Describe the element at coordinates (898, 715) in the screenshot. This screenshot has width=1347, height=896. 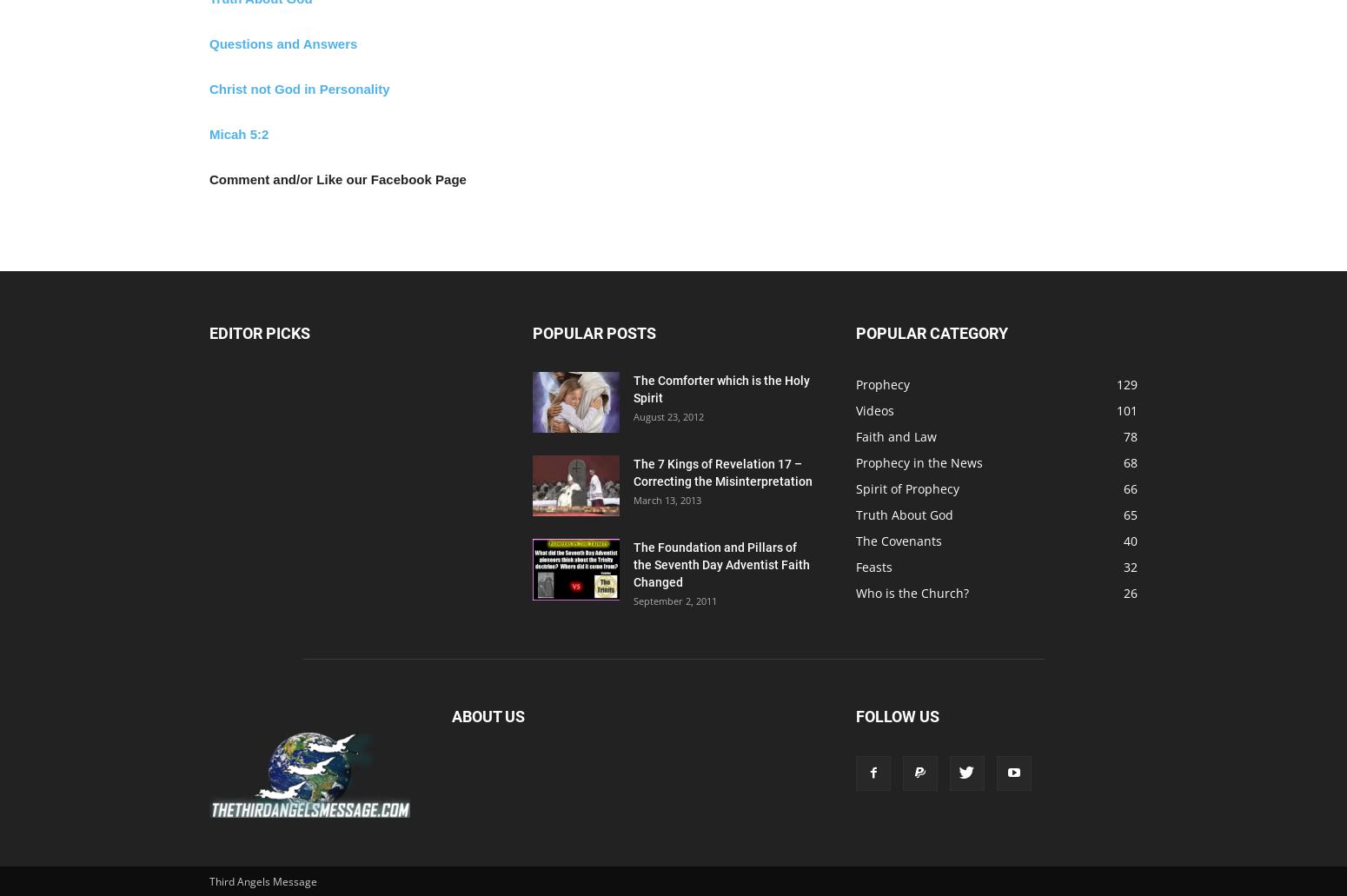
I see `'FOLLOW US'` at that location.